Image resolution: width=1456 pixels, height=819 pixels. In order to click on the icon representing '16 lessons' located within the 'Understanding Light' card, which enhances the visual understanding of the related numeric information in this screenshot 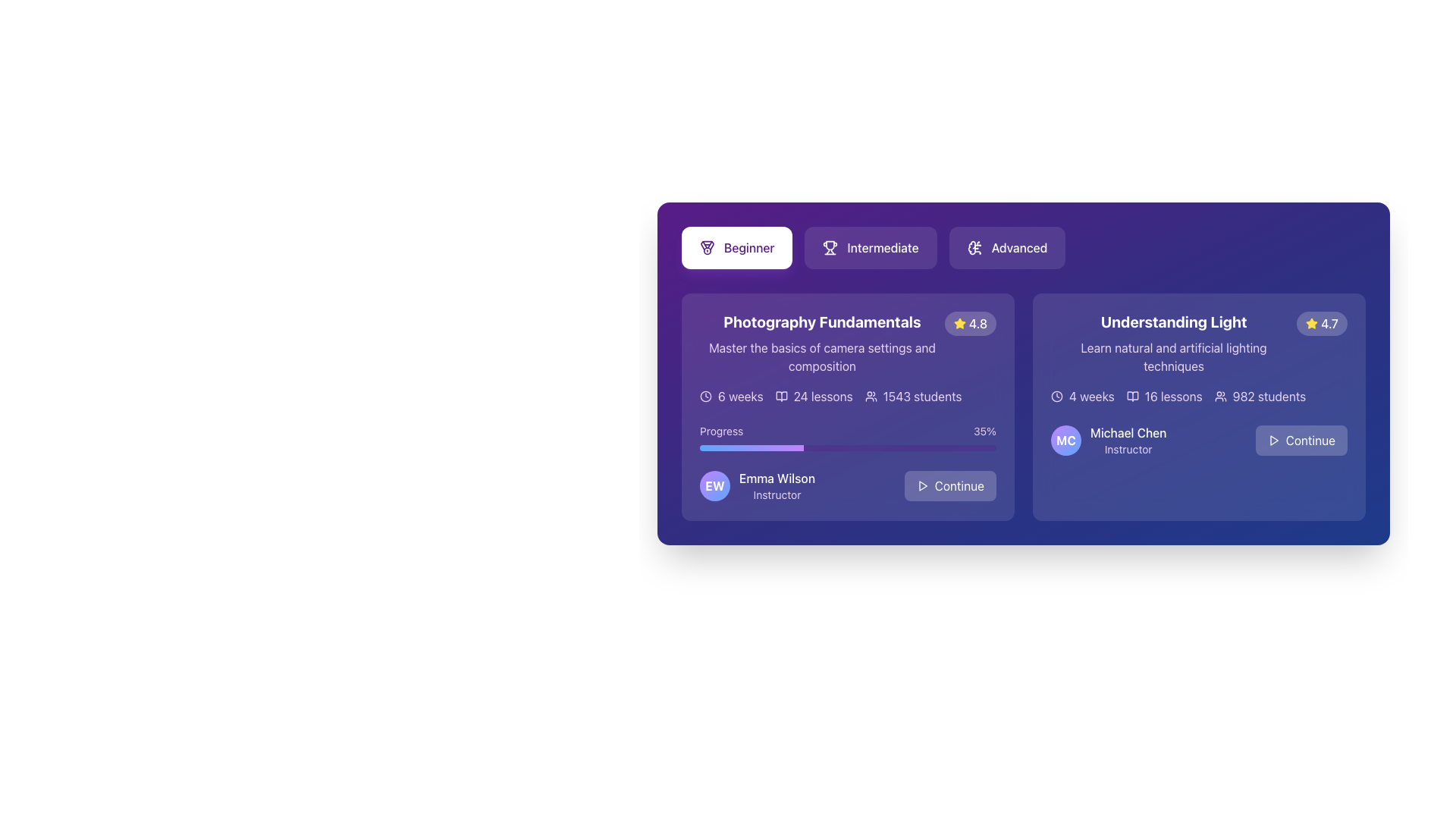, I will do `click(1132, 396)`.